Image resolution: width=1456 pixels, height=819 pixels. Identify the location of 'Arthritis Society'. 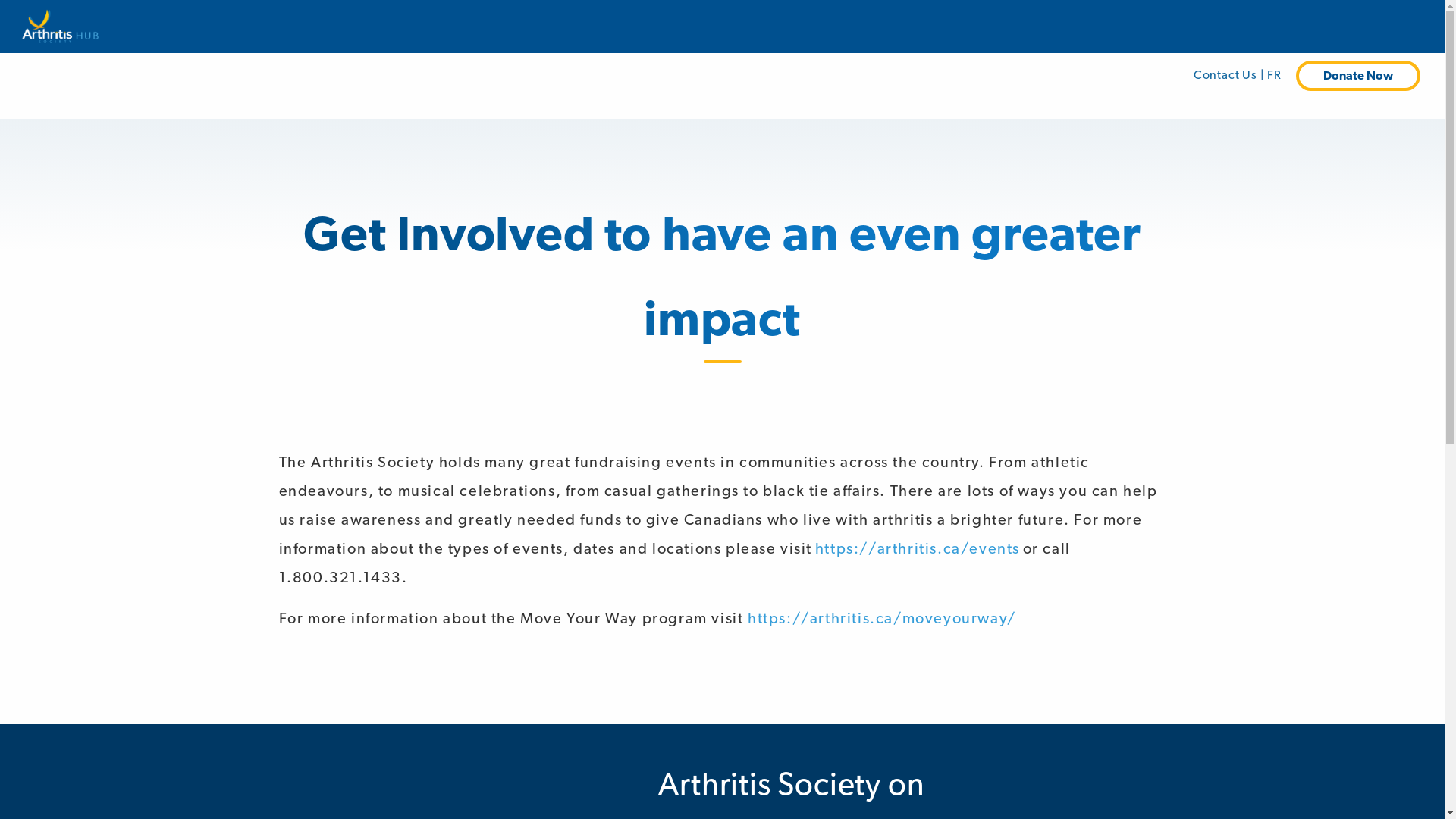
(55, 29).